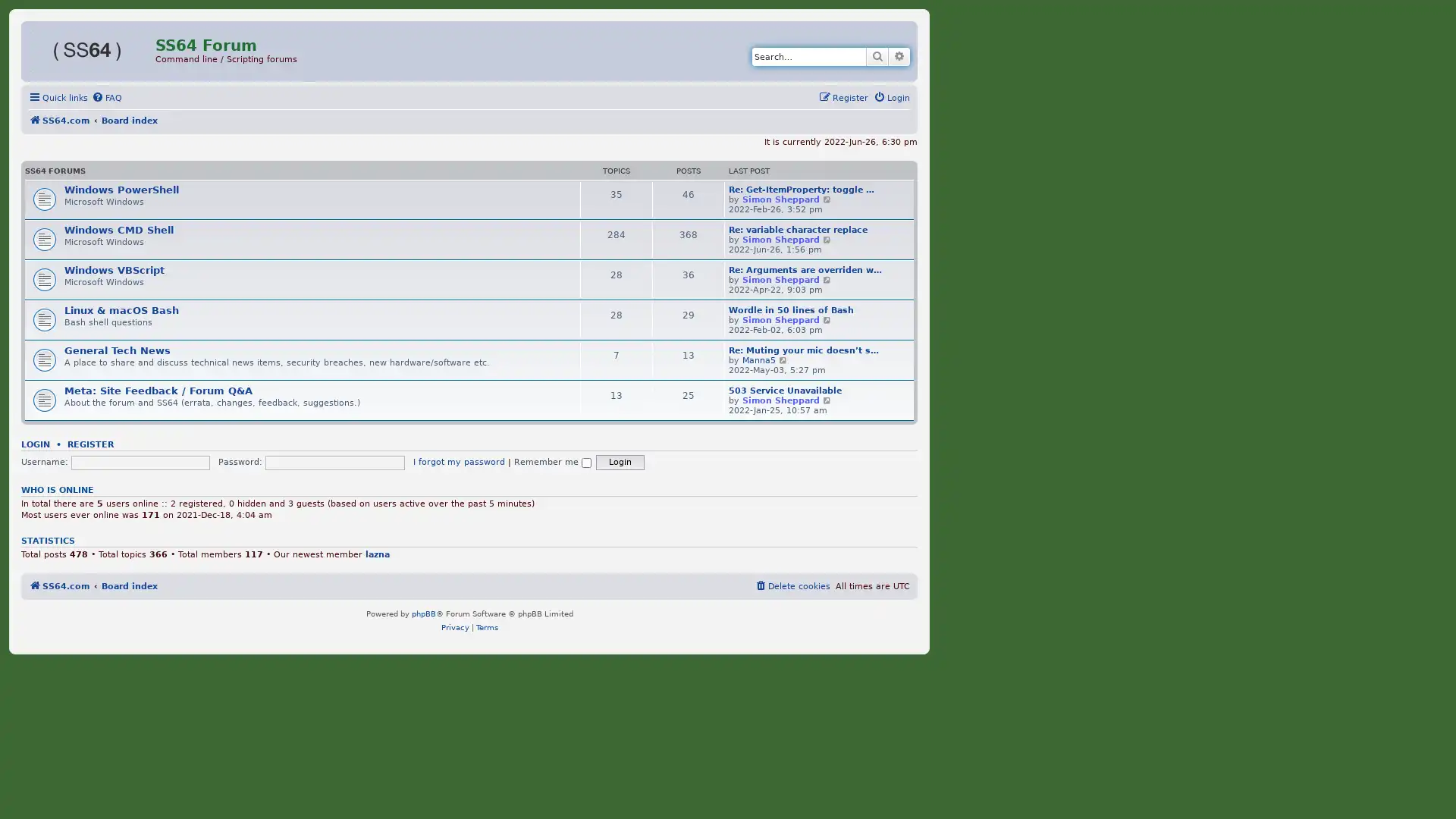 The image size is (1456, 819). What do you see at coordinates (619, 461) in the screenshot?
I see `Login` at bounding box center [619, 461].